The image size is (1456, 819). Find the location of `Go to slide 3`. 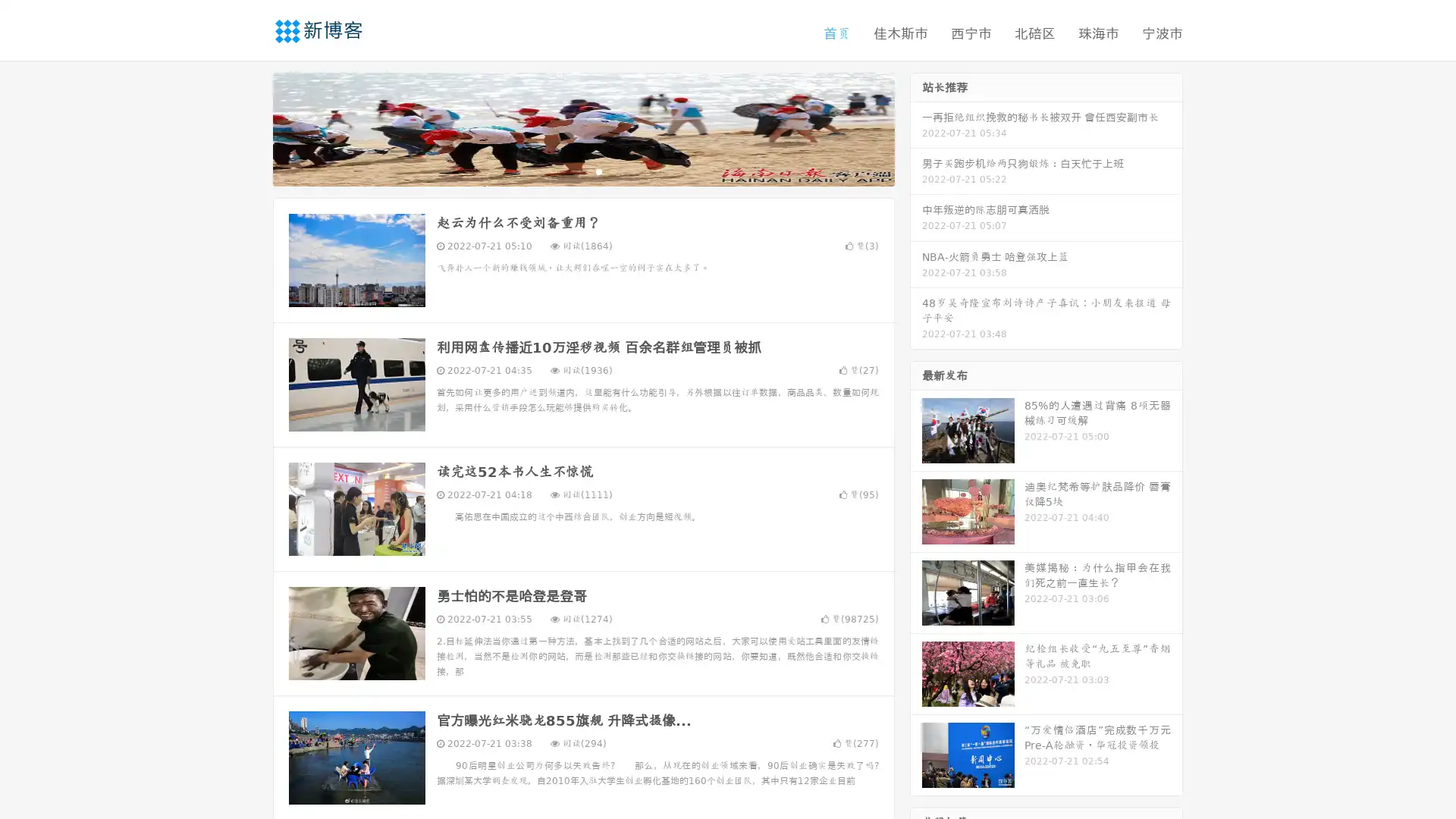

Go to slide 3 is located at coordinates (598, 171).